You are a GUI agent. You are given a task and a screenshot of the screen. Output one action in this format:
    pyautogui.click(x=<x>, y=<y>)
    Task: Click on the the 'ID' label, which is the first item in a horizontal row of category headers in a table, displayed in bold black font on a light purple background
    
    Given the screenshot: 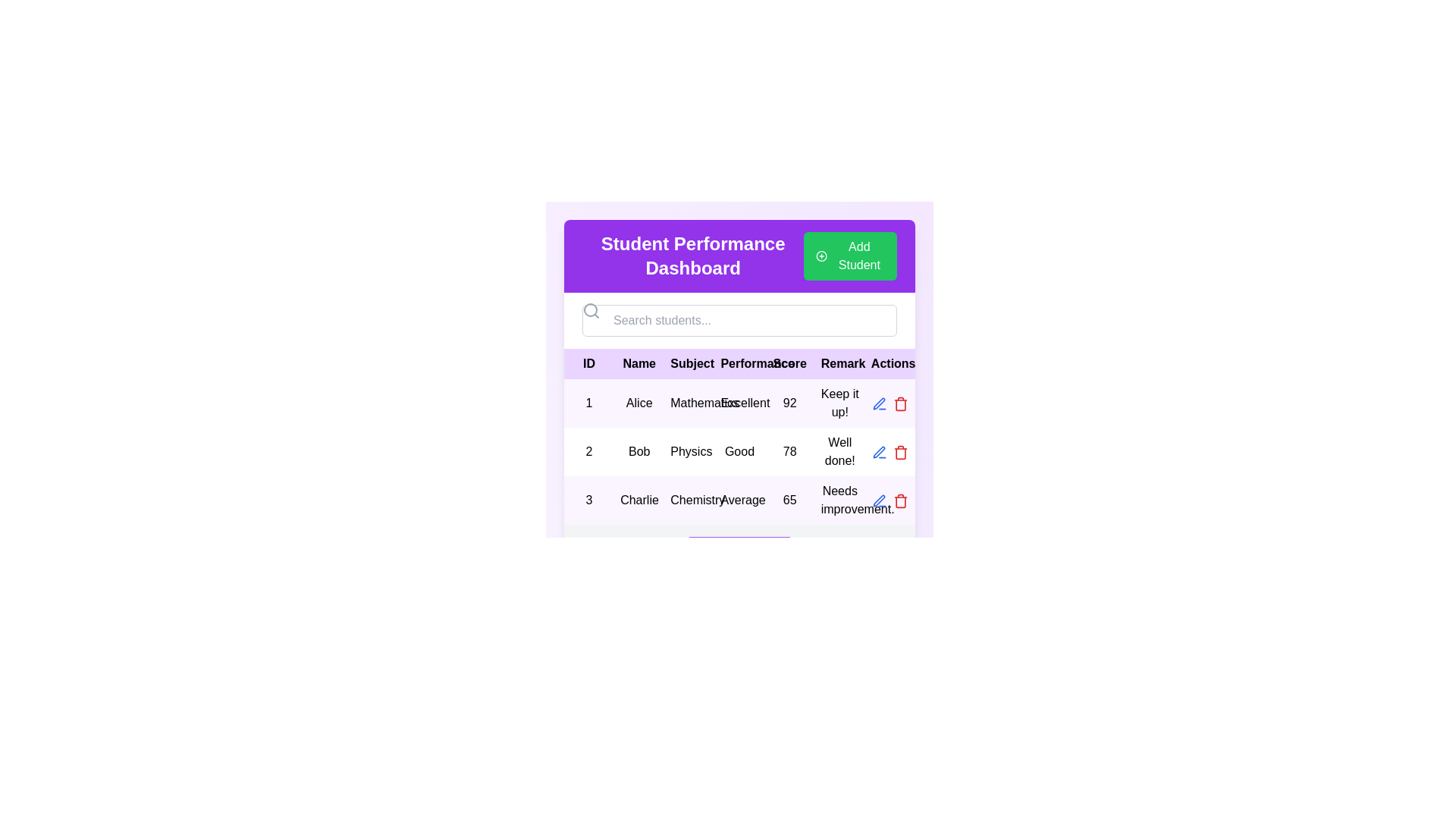 What is the action you would take?
    pyautogui.click(x=588, y=363)
    